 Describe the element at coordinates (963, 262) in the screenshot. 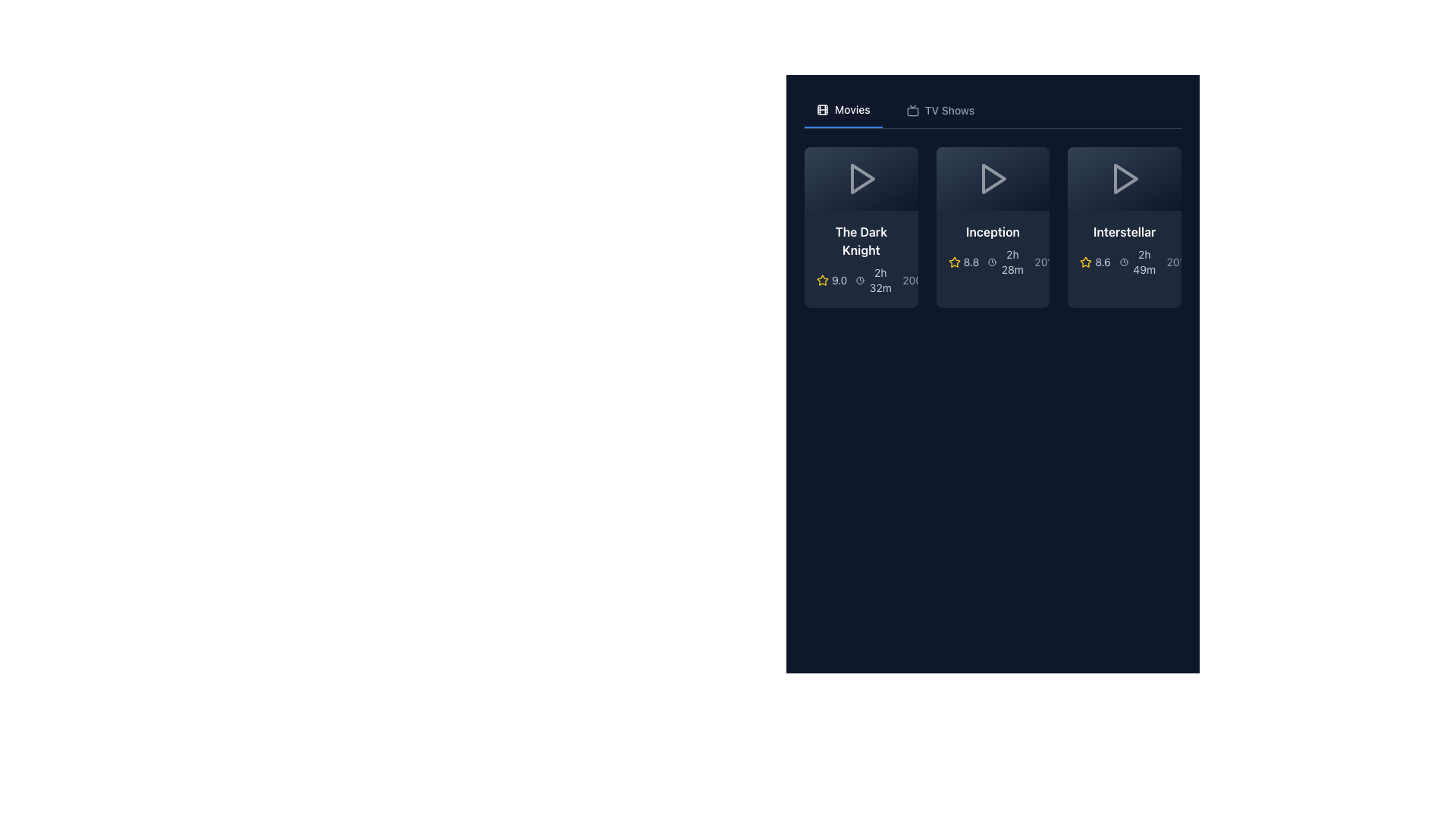

I see `the Rating Display element that shows the rating for the movie 'Inception', located beneath the title and to the left of the '2h 28m' element` at that location.